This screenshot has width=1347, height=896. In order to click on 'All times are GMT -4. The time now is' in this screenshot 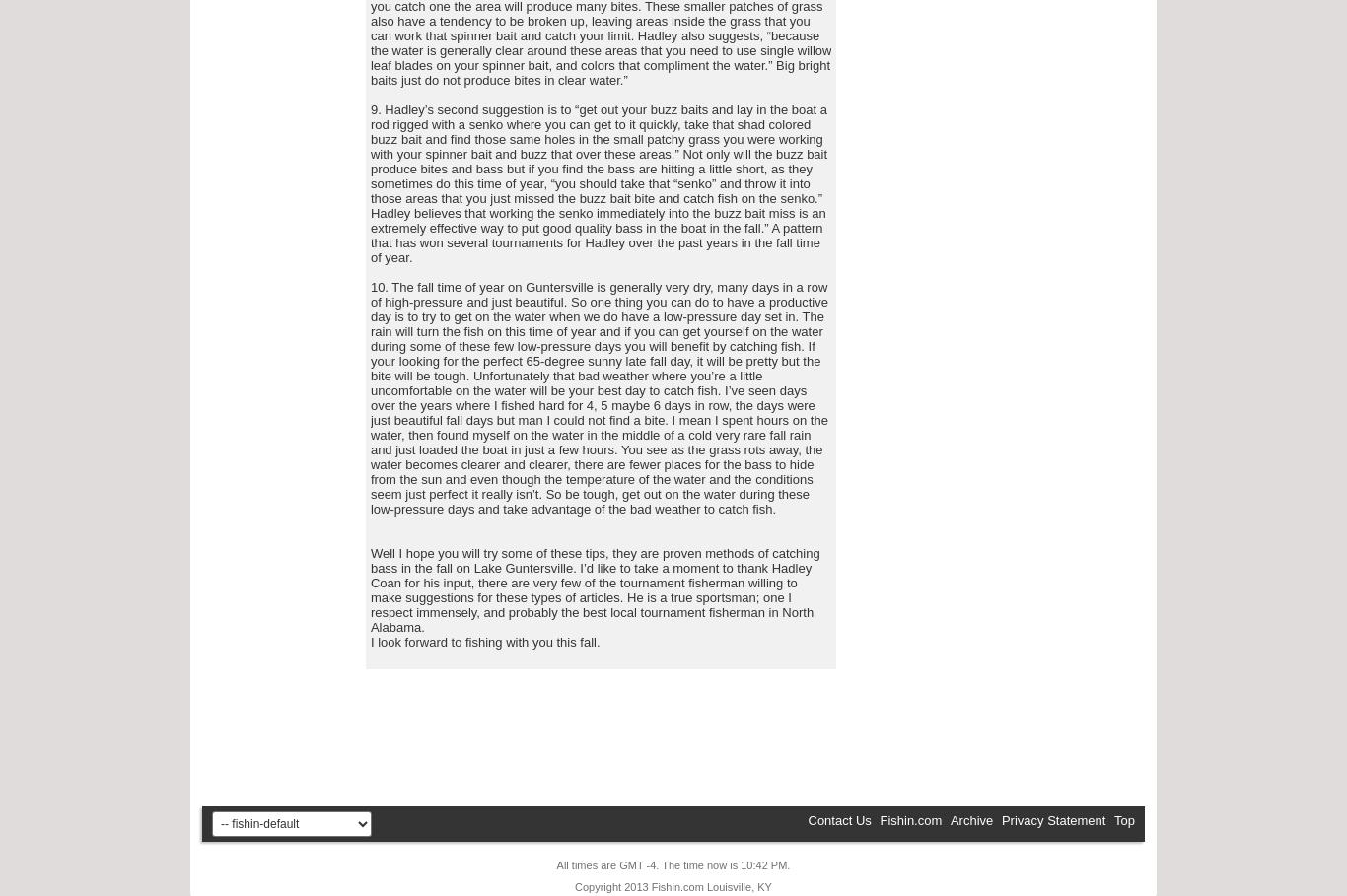, I will do `click(647, 865)`.